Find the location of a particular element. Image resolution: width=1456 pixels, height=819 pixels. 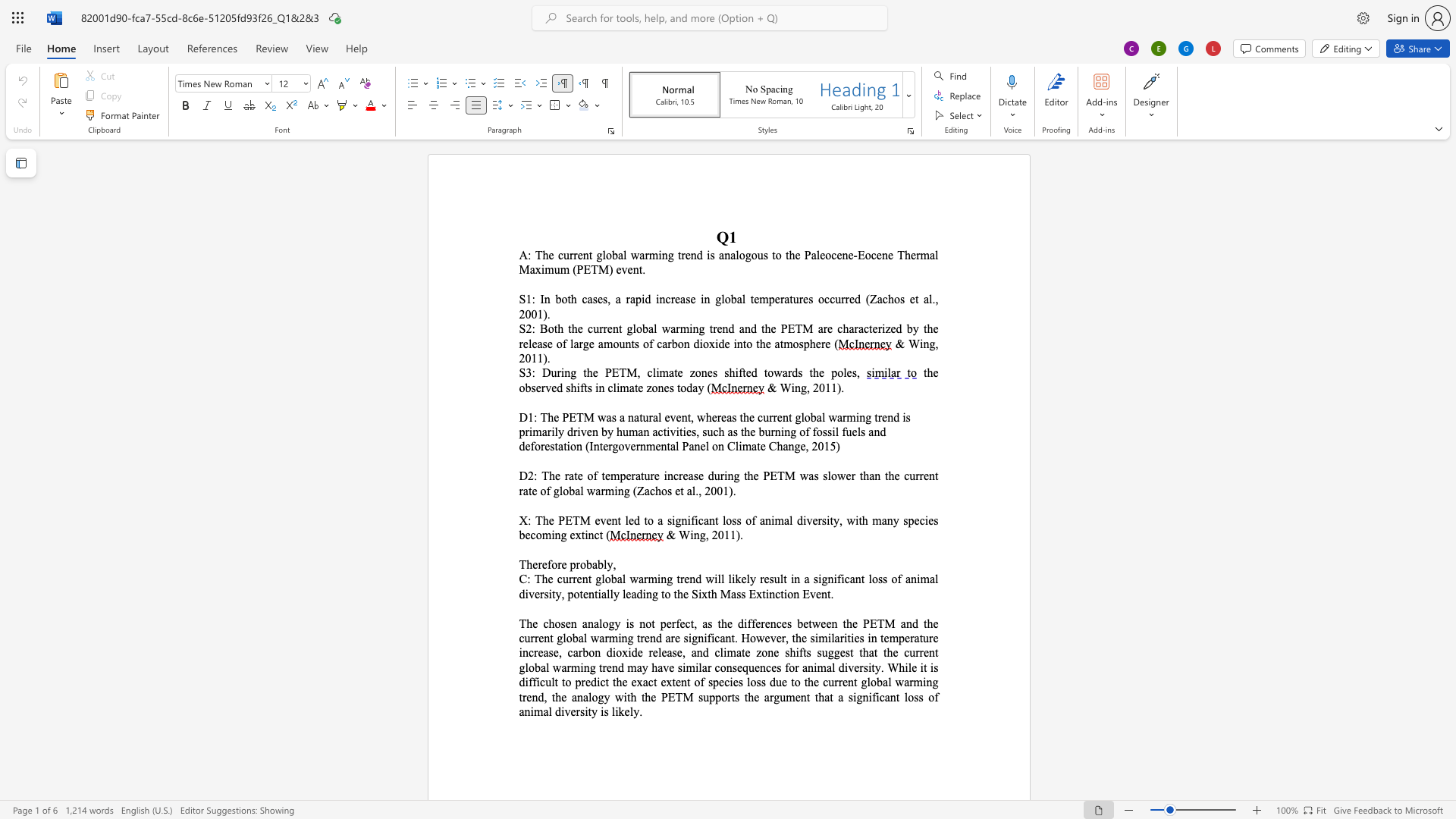

the 3th character "e" in the text is located at coordinates (719, 328).